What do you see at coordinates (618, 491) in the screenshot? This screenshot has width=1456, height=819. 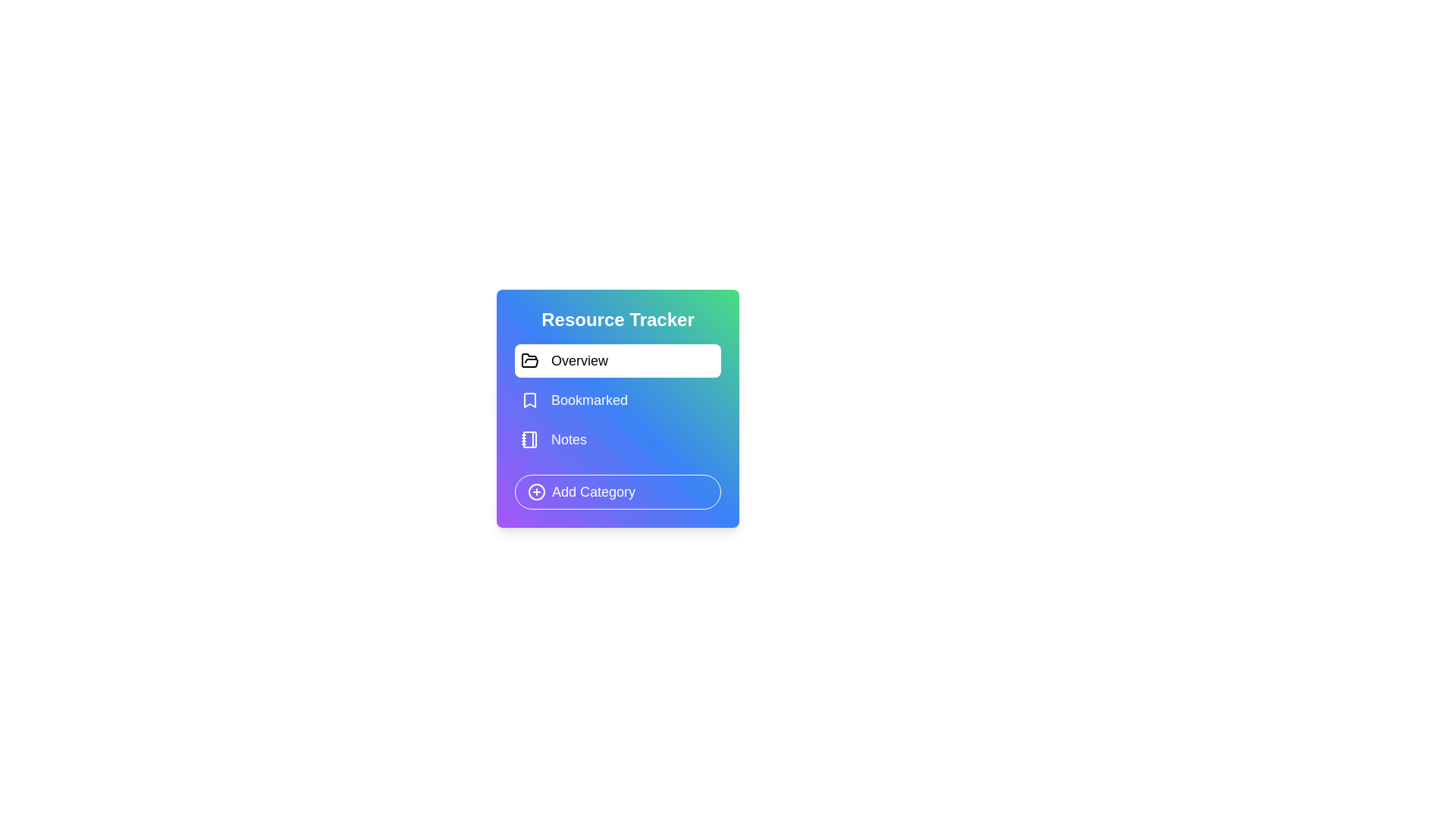 I see `the 'Add Category' button to create a new category` at bounding box center [618, 491].